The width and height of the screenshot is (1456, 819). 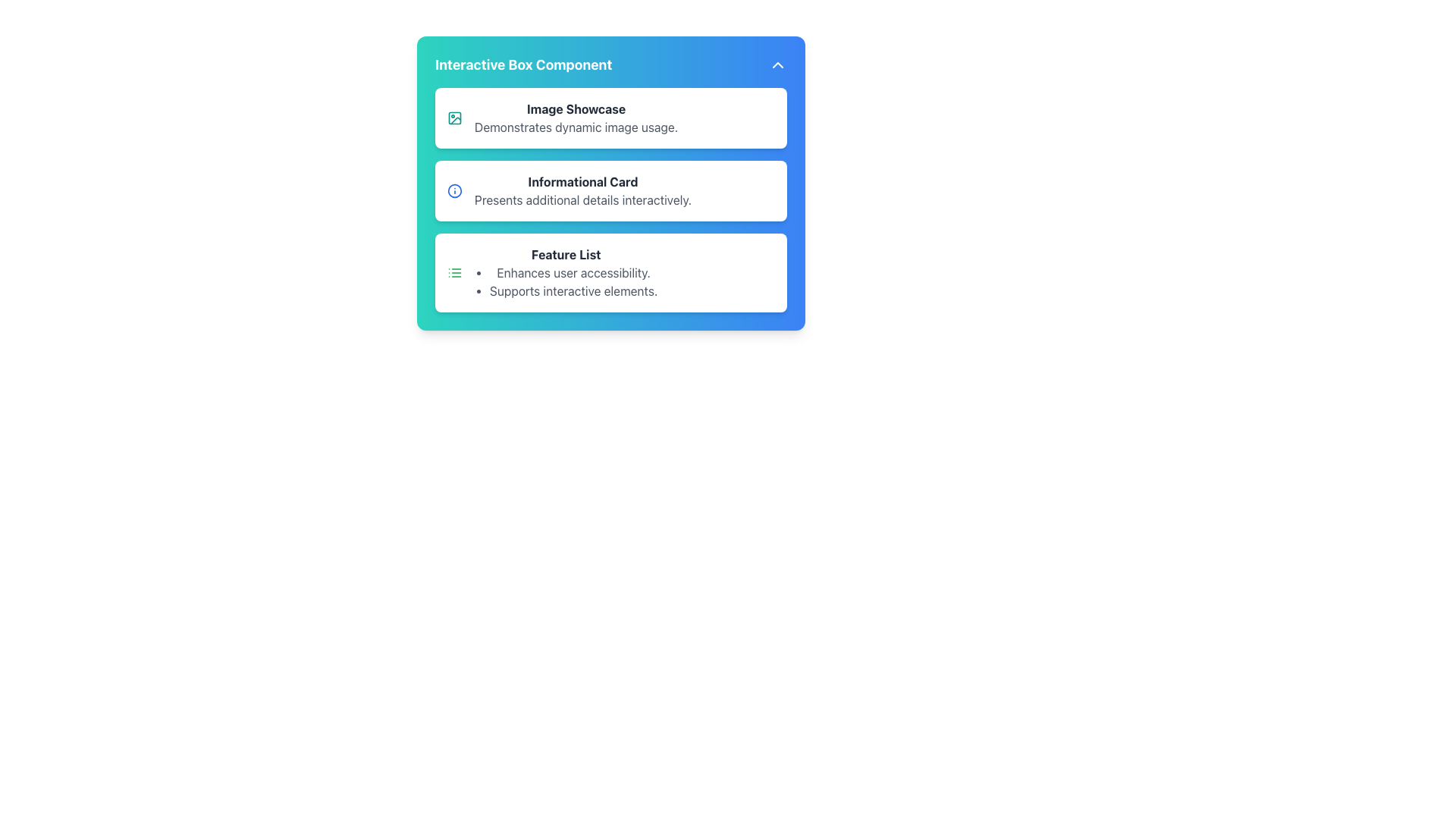 I want to click on the icon representing the list feature located to the left of the text 'Feature List' in the third box of the 'Interactive Box Component' section, so click(x=454, y=271).